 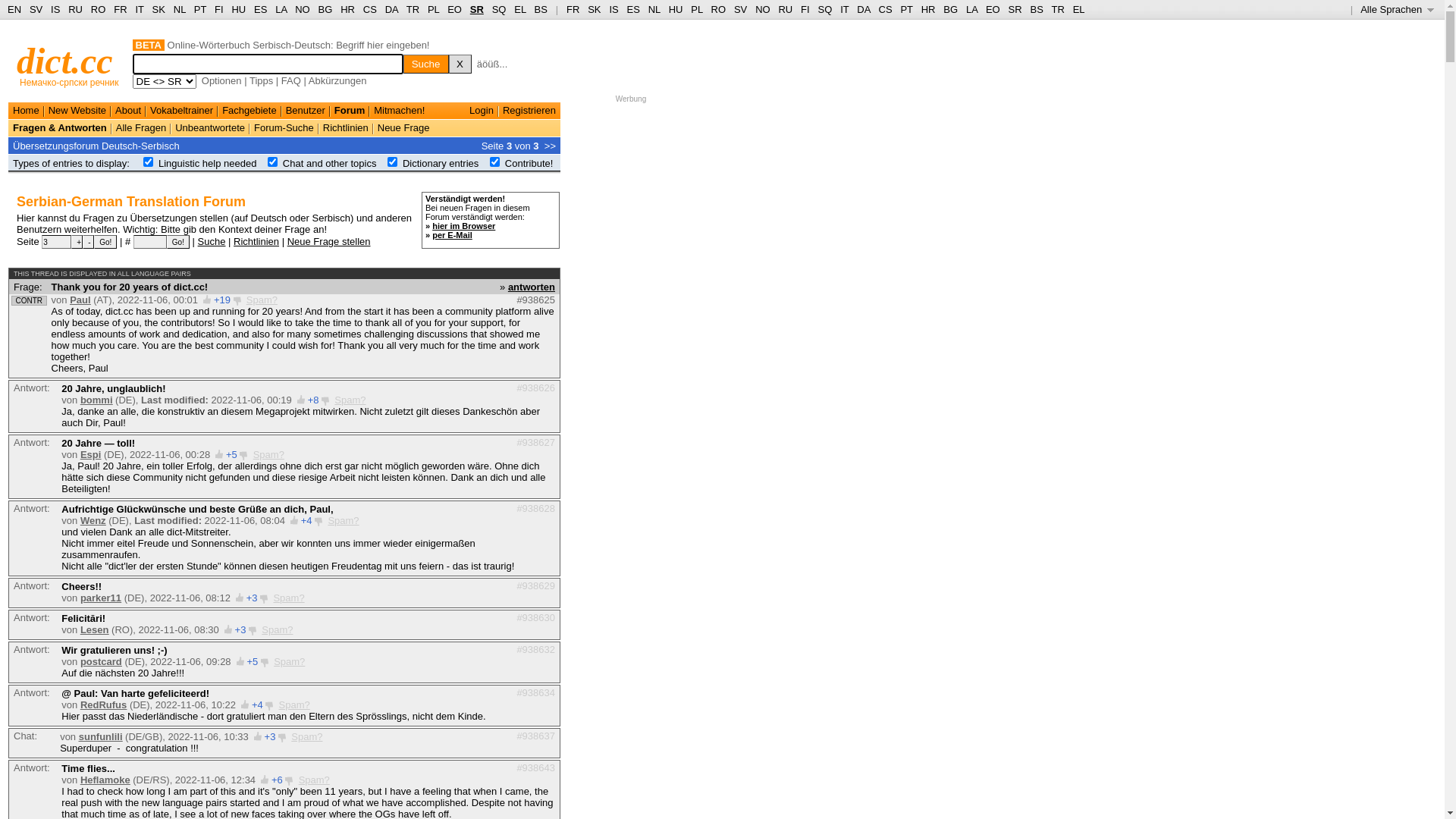 I want to click on 'NO', so click(x=302, y=9).